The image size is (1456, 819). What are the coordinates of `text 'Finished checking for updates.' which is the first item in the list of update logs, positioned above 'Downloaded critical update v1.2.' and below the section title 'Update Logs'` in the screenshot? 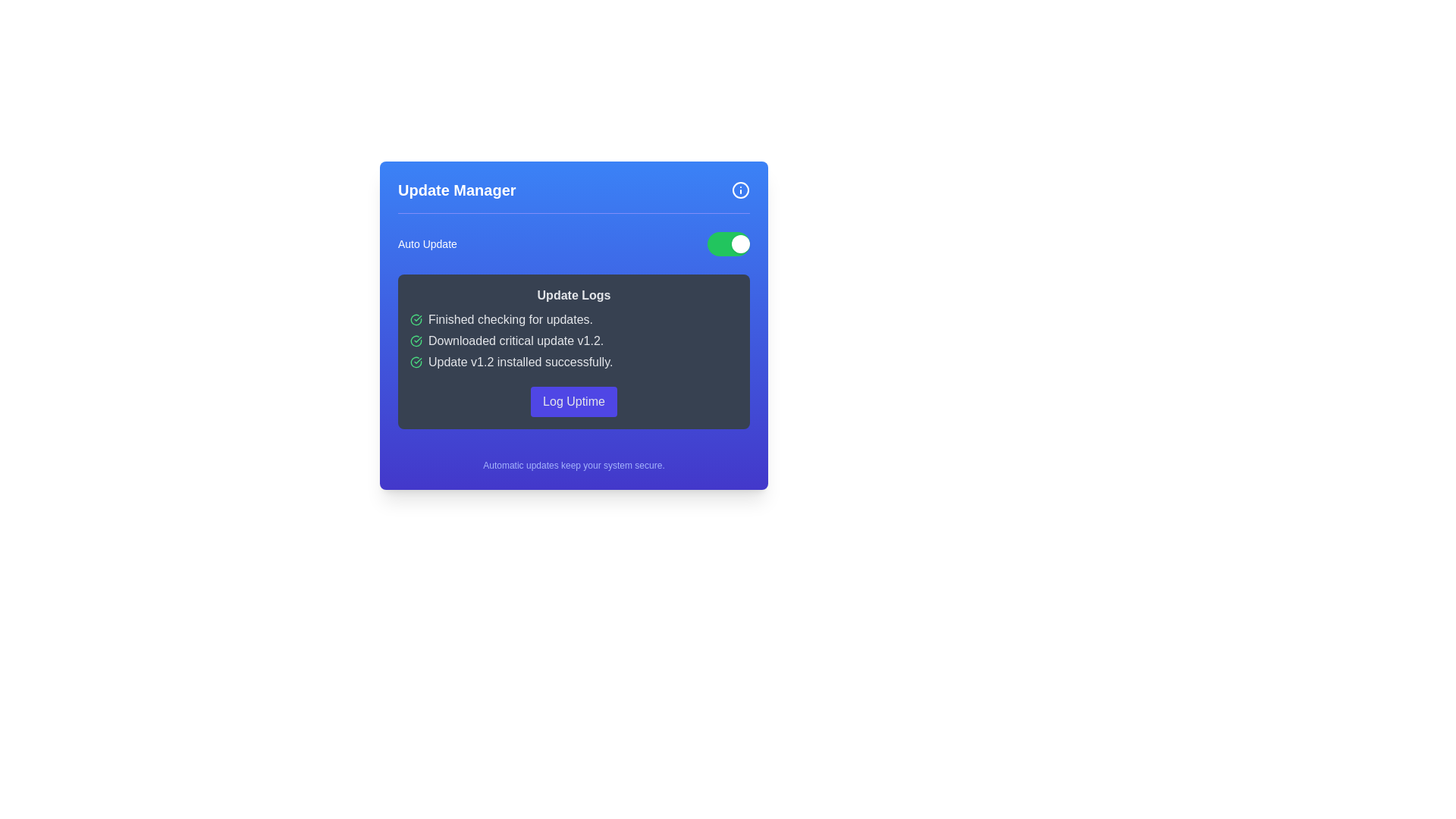 It's located at (573, 318).